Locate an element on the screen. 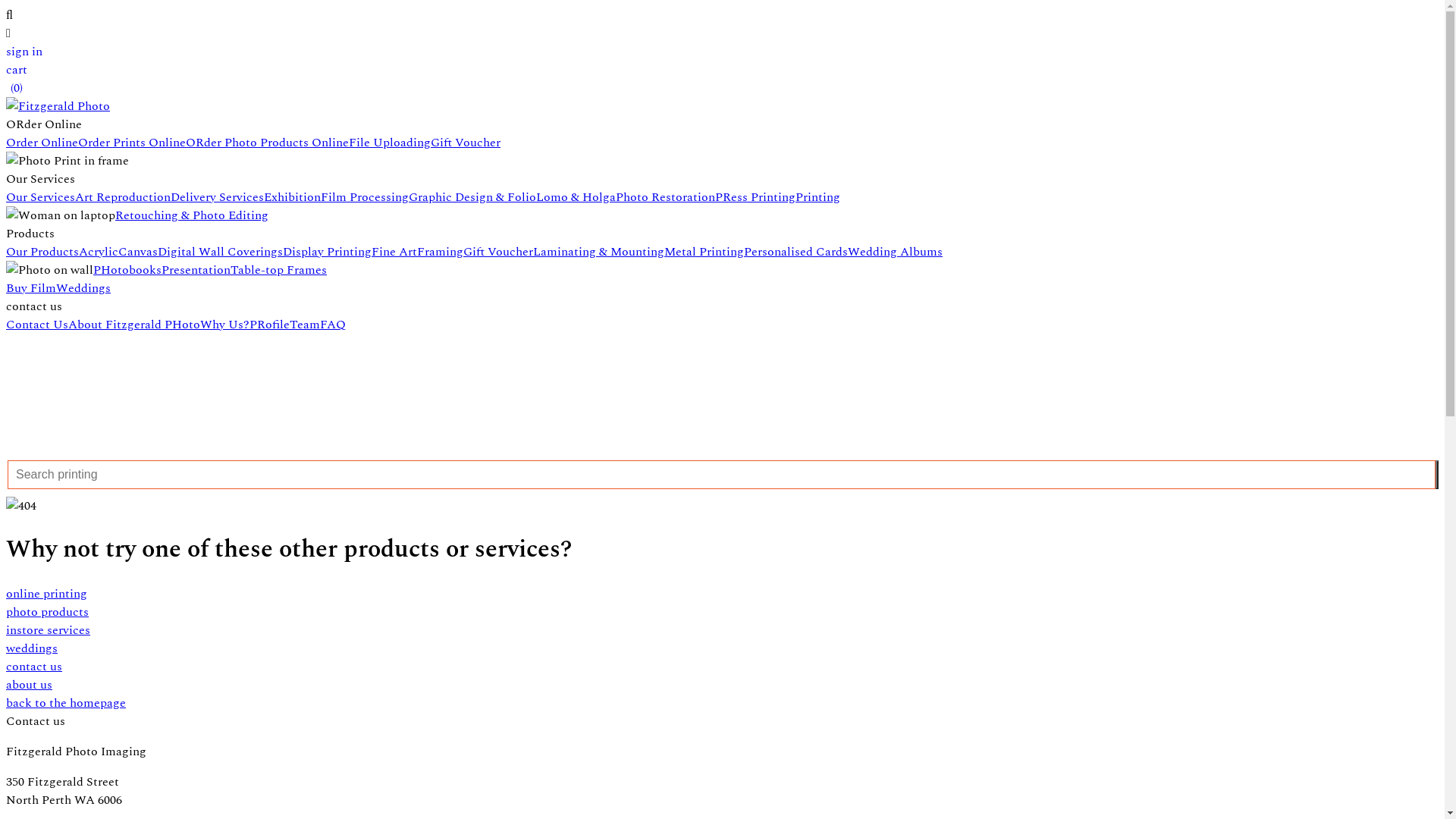 The image size is (1456, 819). 'Order Prints Online' is located at coordinates (131, 143).